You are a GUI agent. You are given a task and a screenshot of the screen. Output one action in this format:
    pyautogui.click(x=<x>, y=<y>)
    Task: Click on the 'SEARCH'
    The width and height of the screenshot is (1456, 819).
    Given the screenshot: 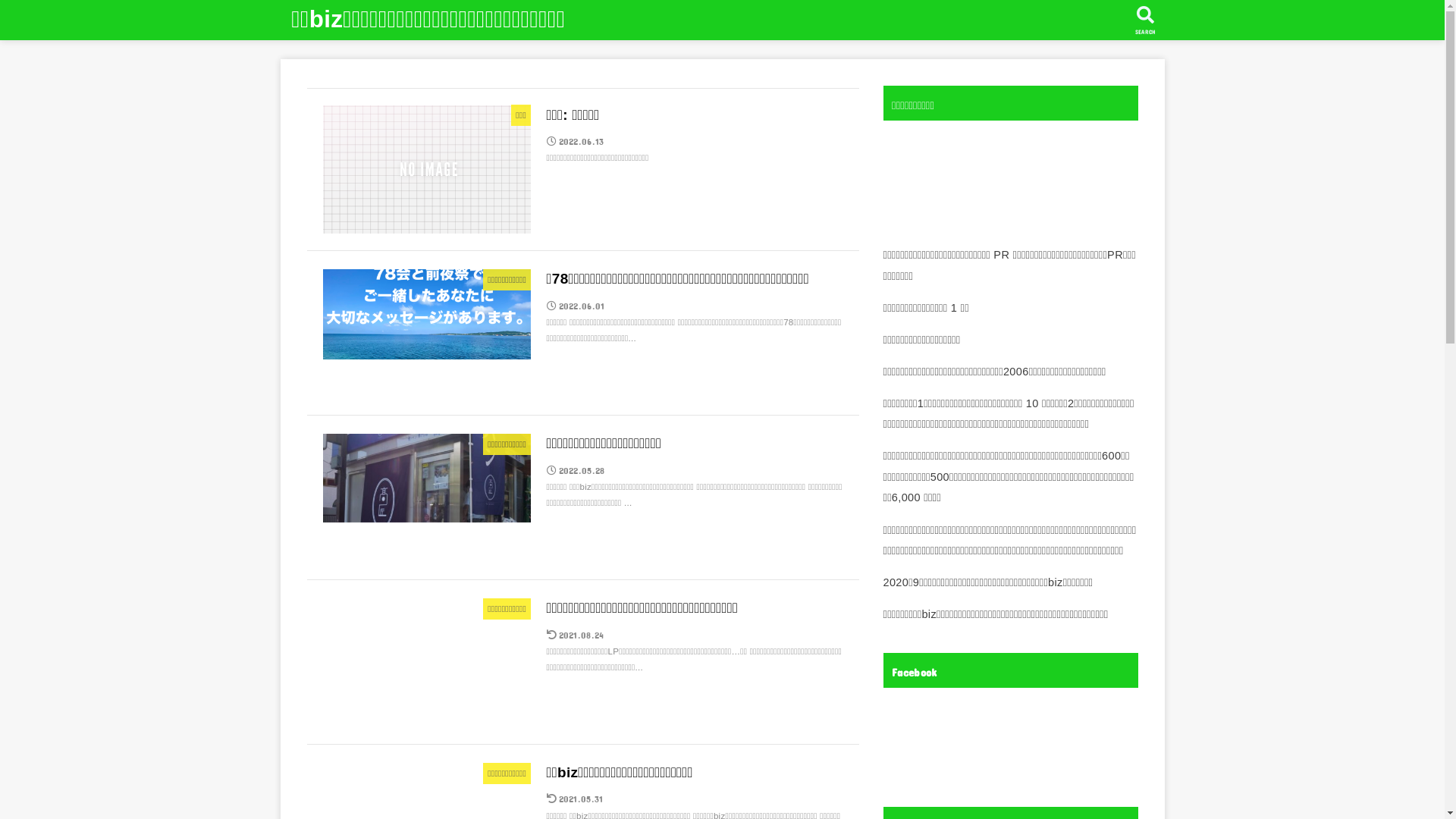 What is the action you would take?
    pyautogui.click(x=1145, y=20)
    